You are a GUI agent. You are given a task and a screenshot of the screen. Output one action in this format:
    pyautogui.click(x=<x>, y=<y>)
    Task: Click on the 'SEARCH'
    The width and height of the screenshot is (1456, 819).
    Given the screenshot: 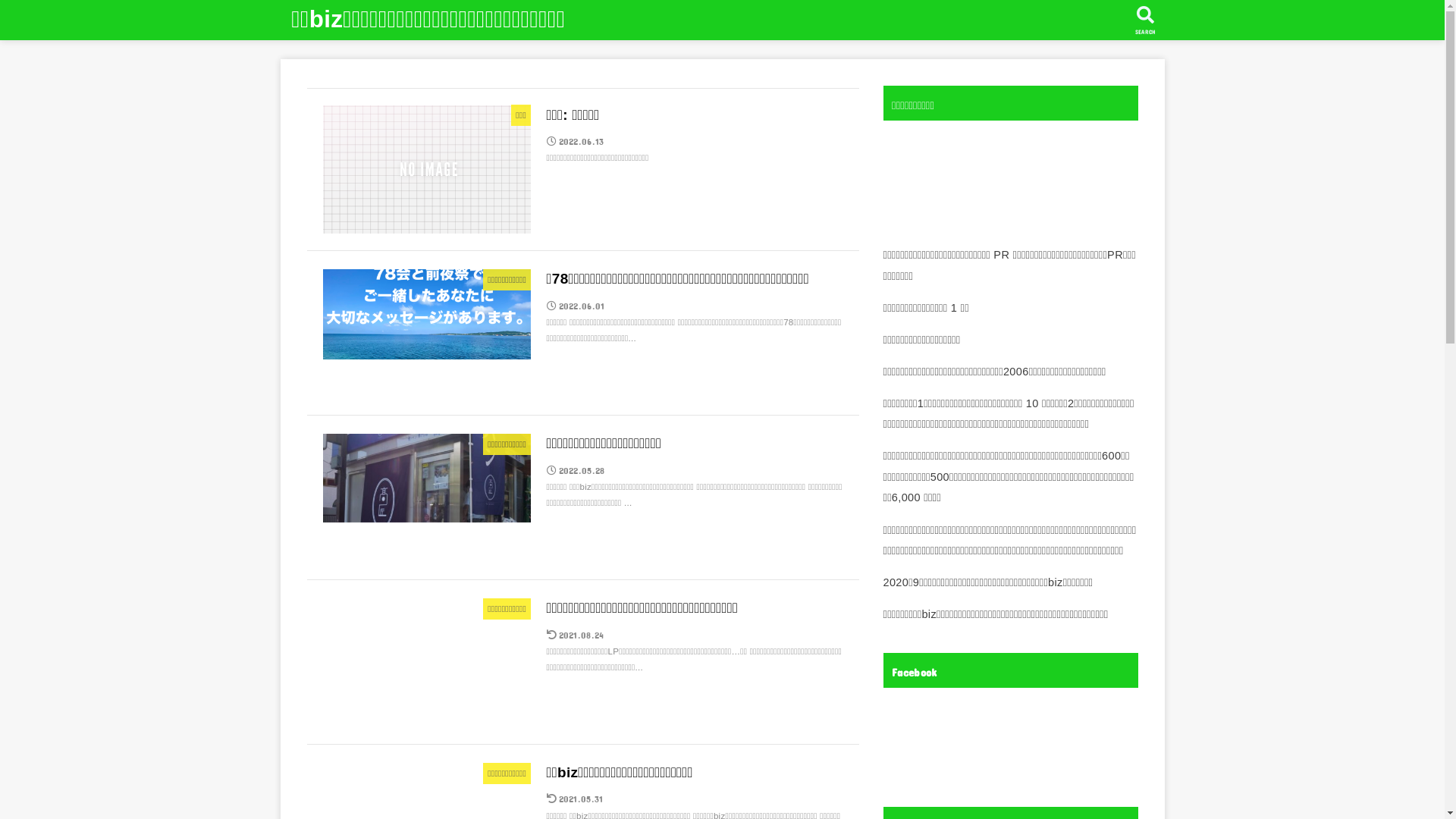 What is the action you would take?
    pyautogui.click(x=1145, y=20)
    